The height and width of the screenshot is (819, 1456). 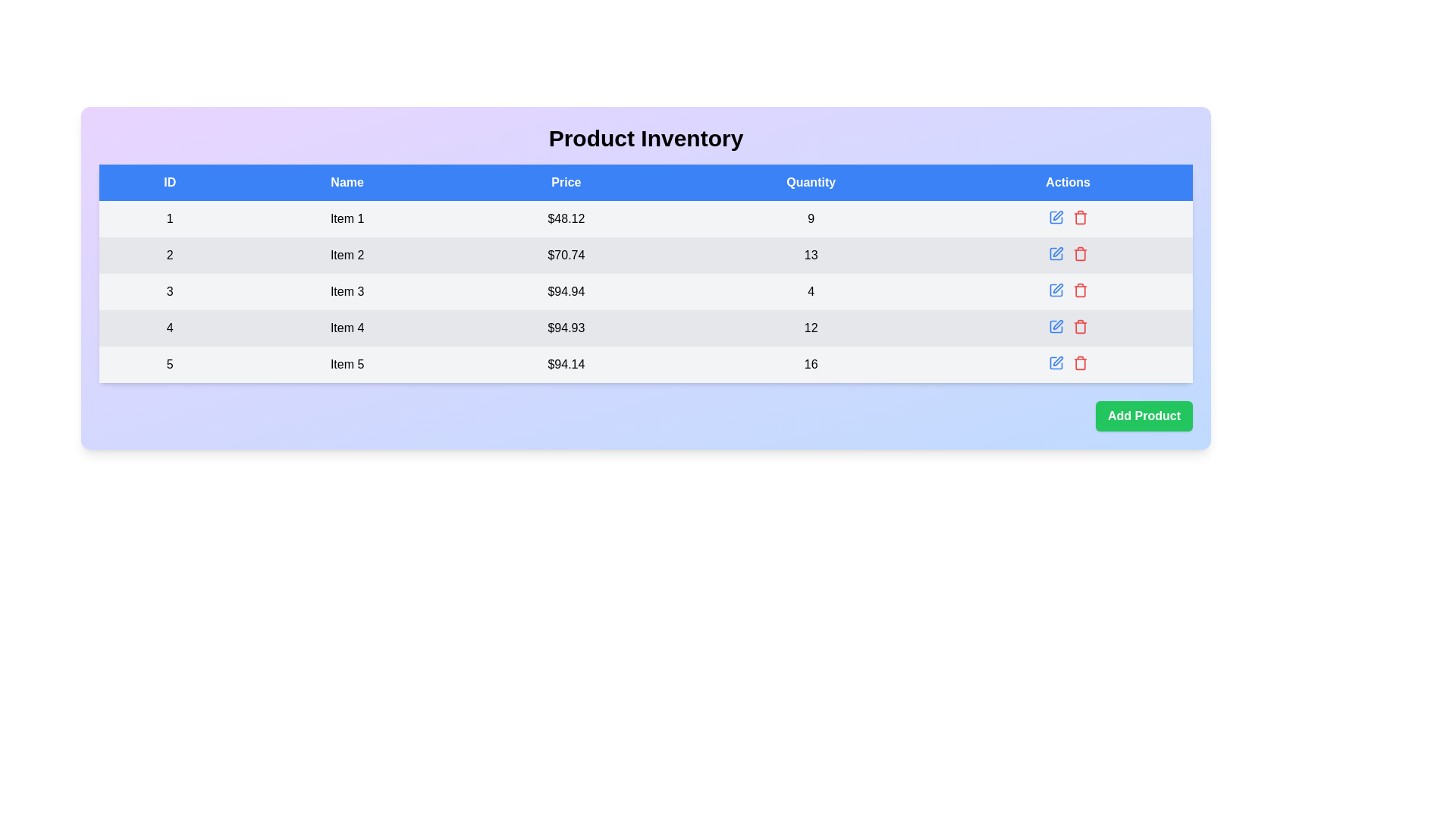 What do you see at coordinates (1079, 326) in the screenshot?
I see `the trash bin icon button, which is styled in red and used for delete actions` at bounding box center [1079, 326].